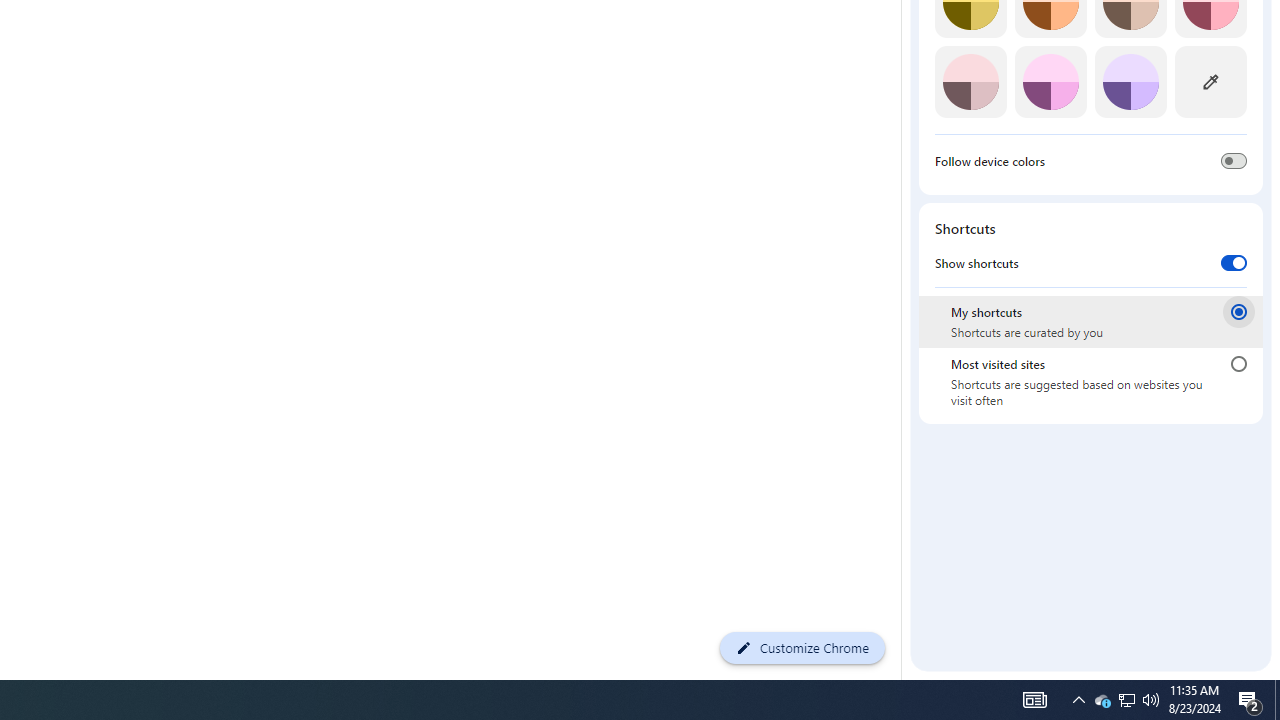 The width and height of the screenshot is (1280, 720). I want to click on 'Side Panel Resize Handle', so click(904, 23).